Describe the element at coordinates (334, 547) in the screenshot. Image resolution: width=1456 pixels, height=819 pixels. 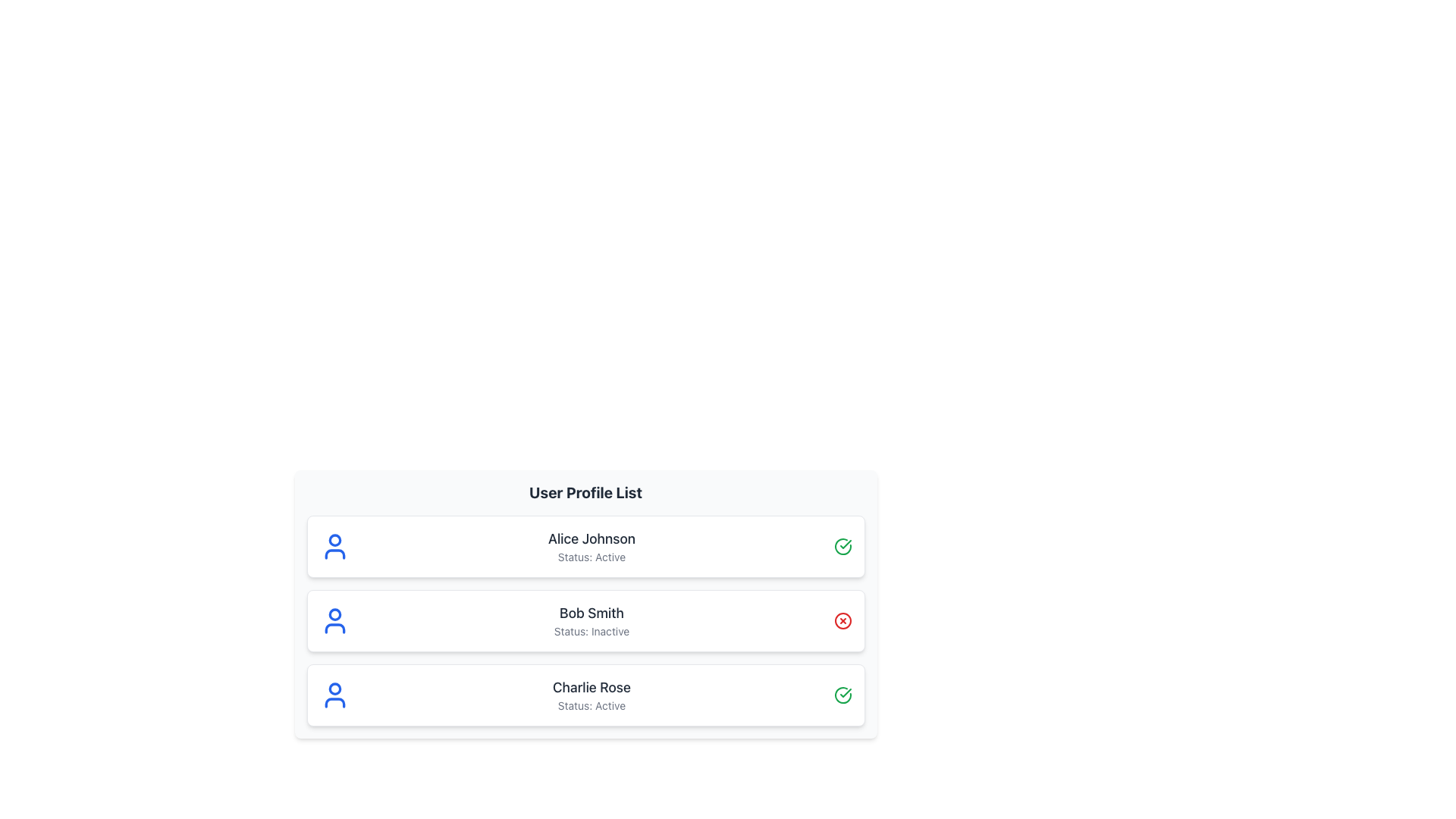
I see `the user icon, which is a large minimalist outline of a person in blue, located at the top left corner of the first user profile card` at that location.